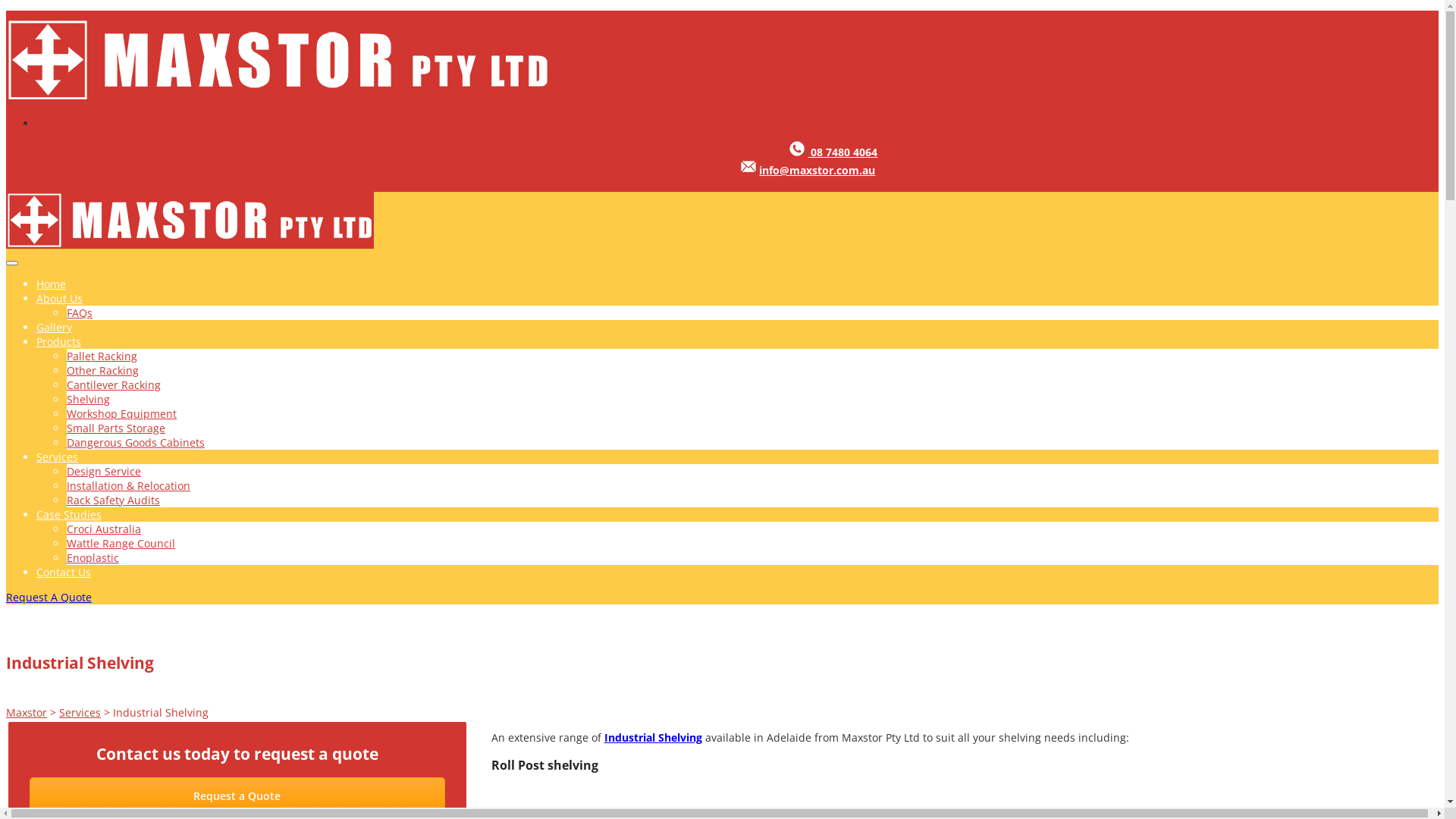  I want to click on 'Cantilever Racking', so click(65, 384).